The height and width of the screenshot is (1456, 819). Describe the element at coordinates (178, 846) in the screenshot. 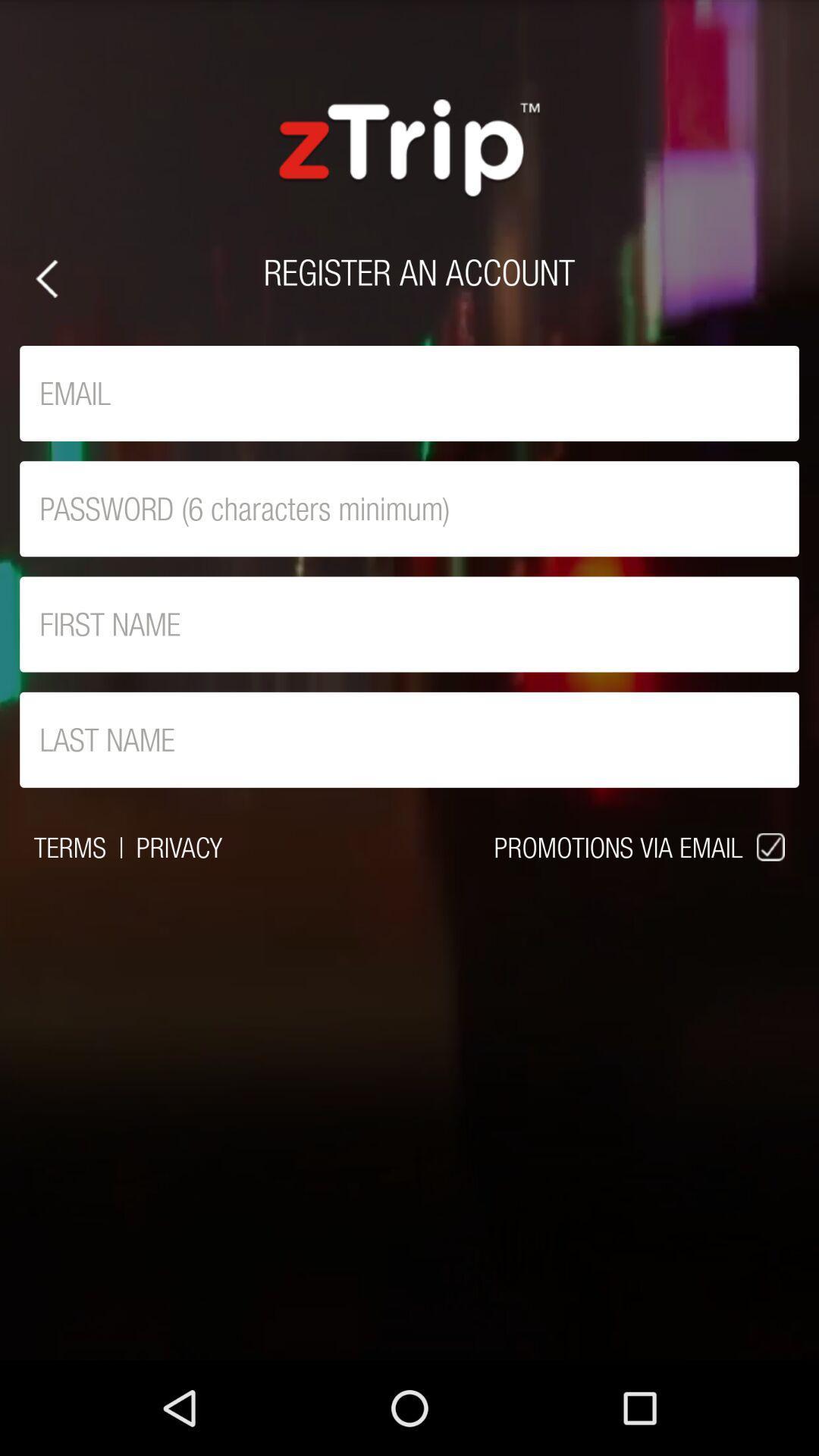

I see `icon next to | icon` at that location.